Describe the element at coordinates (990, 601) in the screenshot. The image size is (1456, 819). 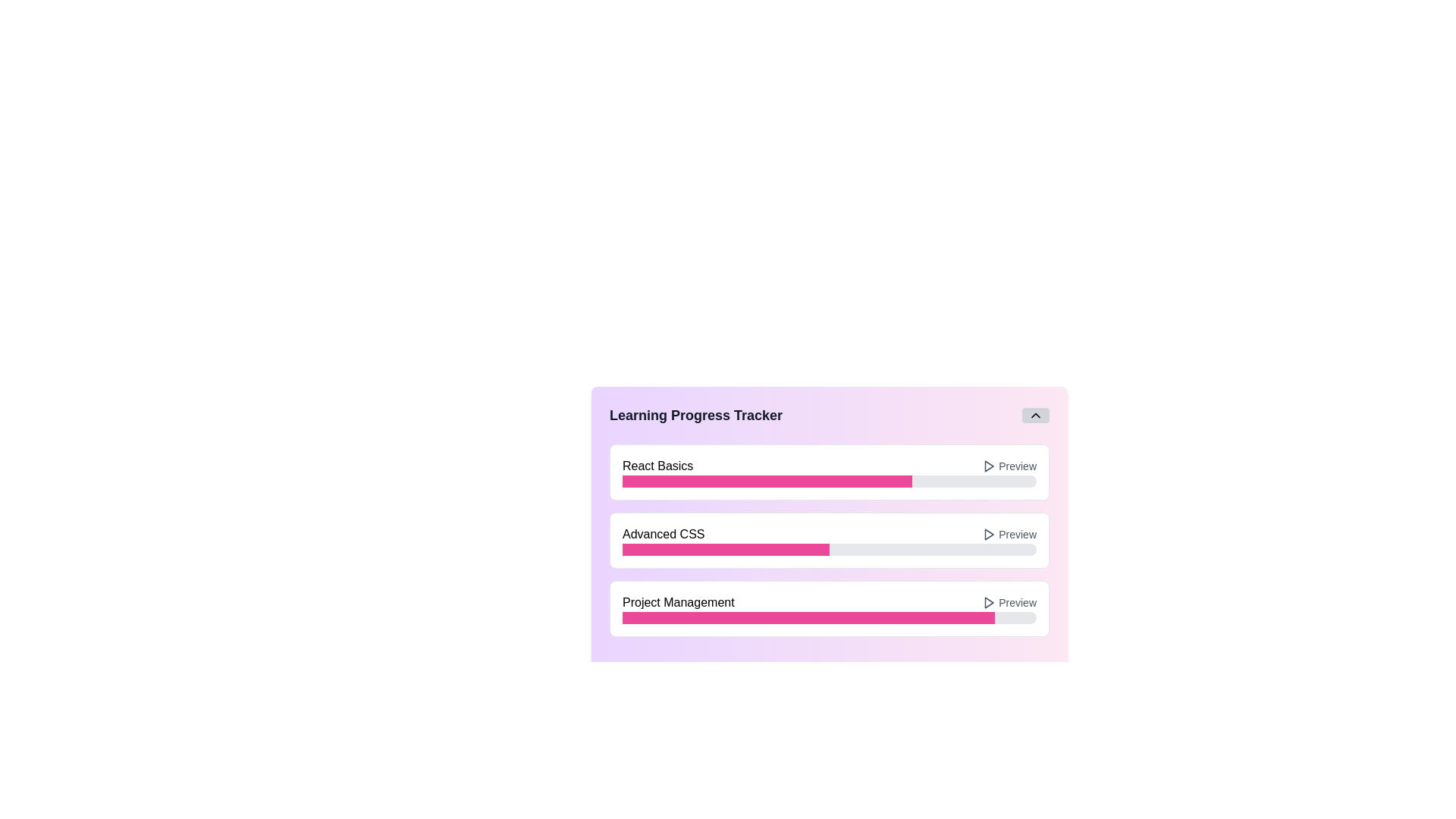
I see `the play button located in the 'Project Management' section of the Learning Progress Tracker card` at that location.